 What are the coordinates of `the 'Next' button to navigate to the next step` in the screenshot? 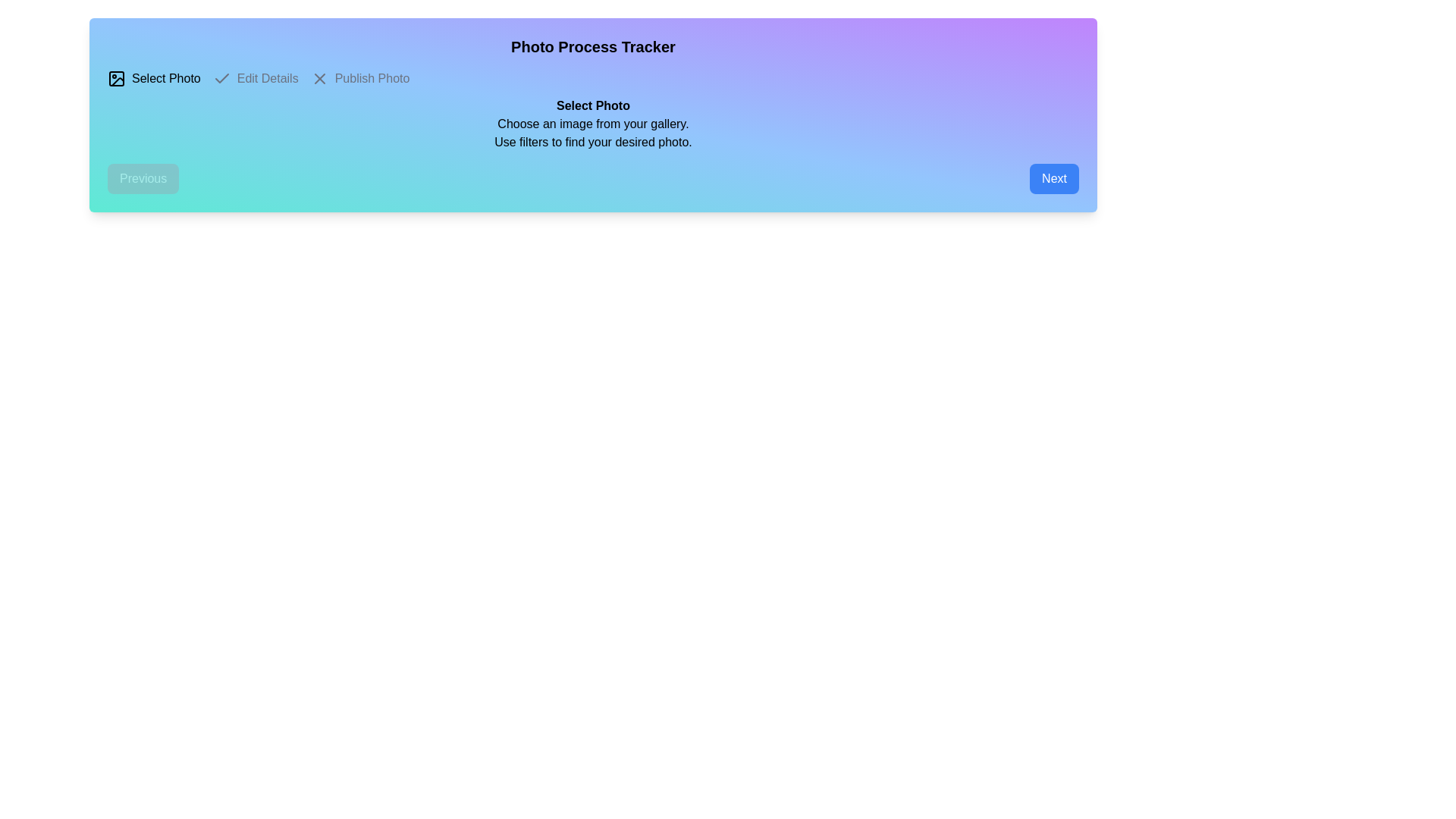 It's located at (1053, 177).